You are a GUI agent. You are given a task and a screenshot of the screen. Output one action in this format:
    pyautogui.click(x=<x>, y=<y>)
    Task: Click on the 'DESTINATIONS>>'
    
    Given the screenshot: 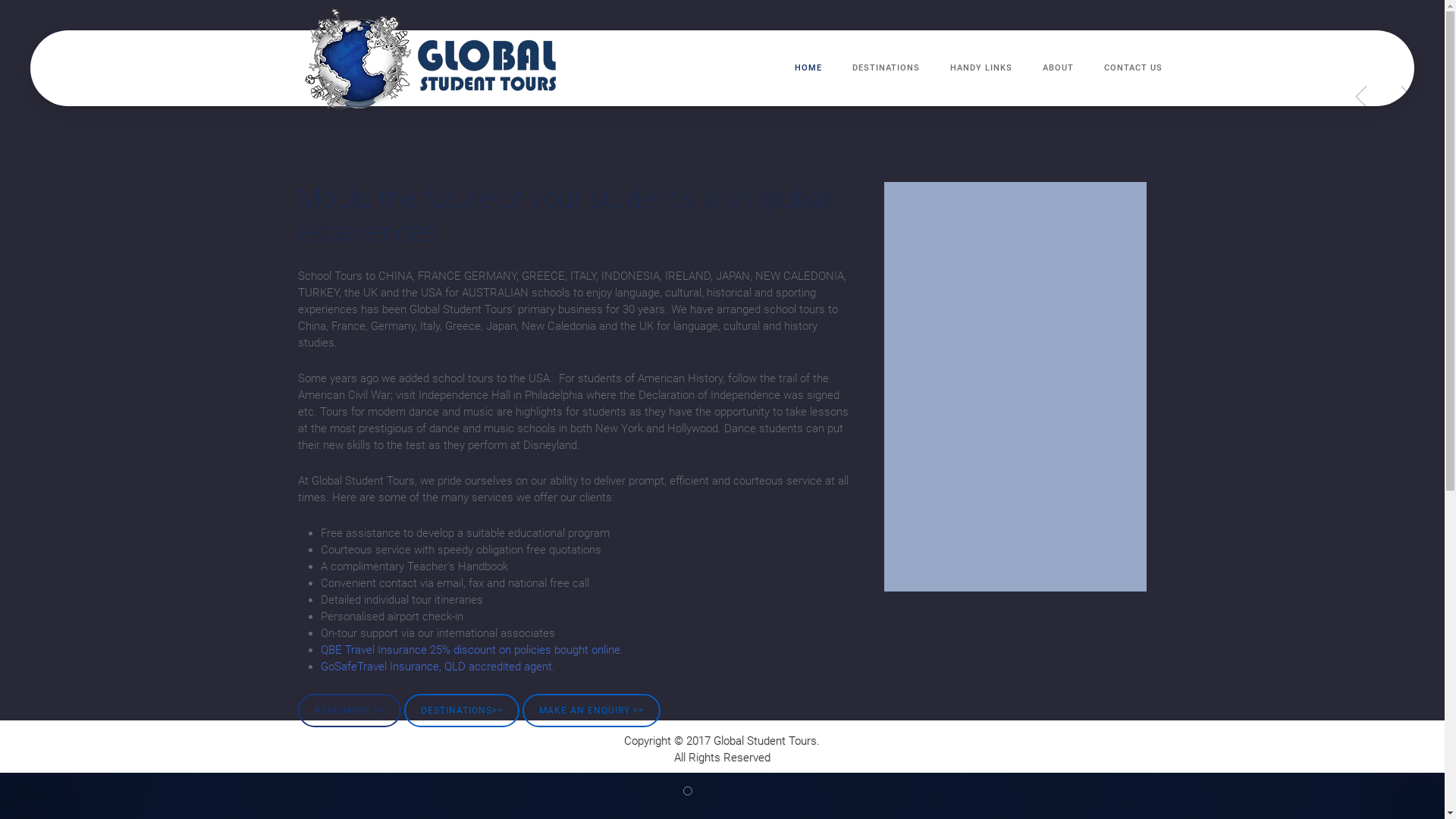 What is the action you would take?
    pyautogui.click(x=403, y=711)
    